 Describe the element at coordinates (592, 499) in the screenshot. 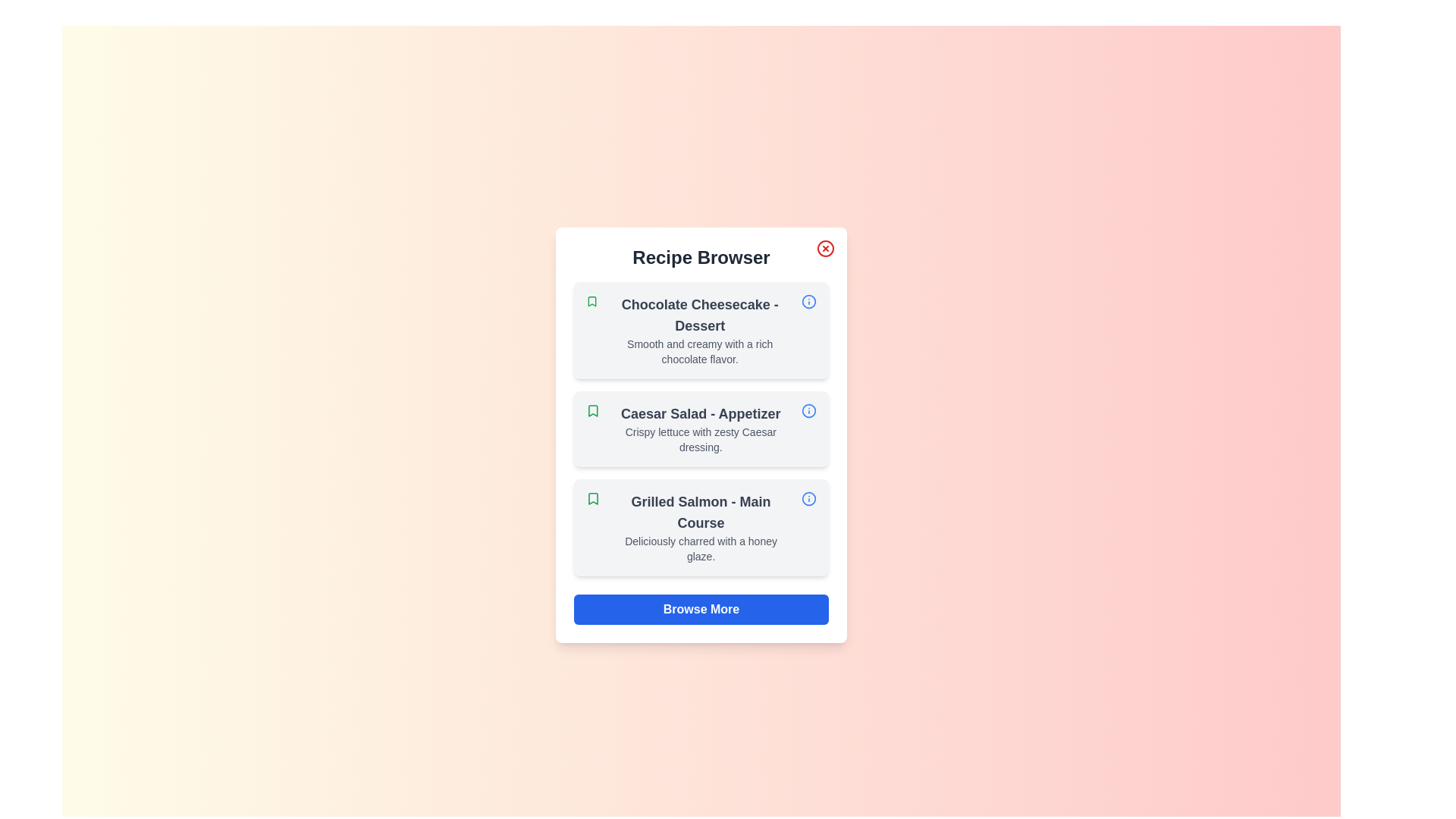

I see `the bookmark icon for the recipe titled 'Grilled Salmon'` at that location.